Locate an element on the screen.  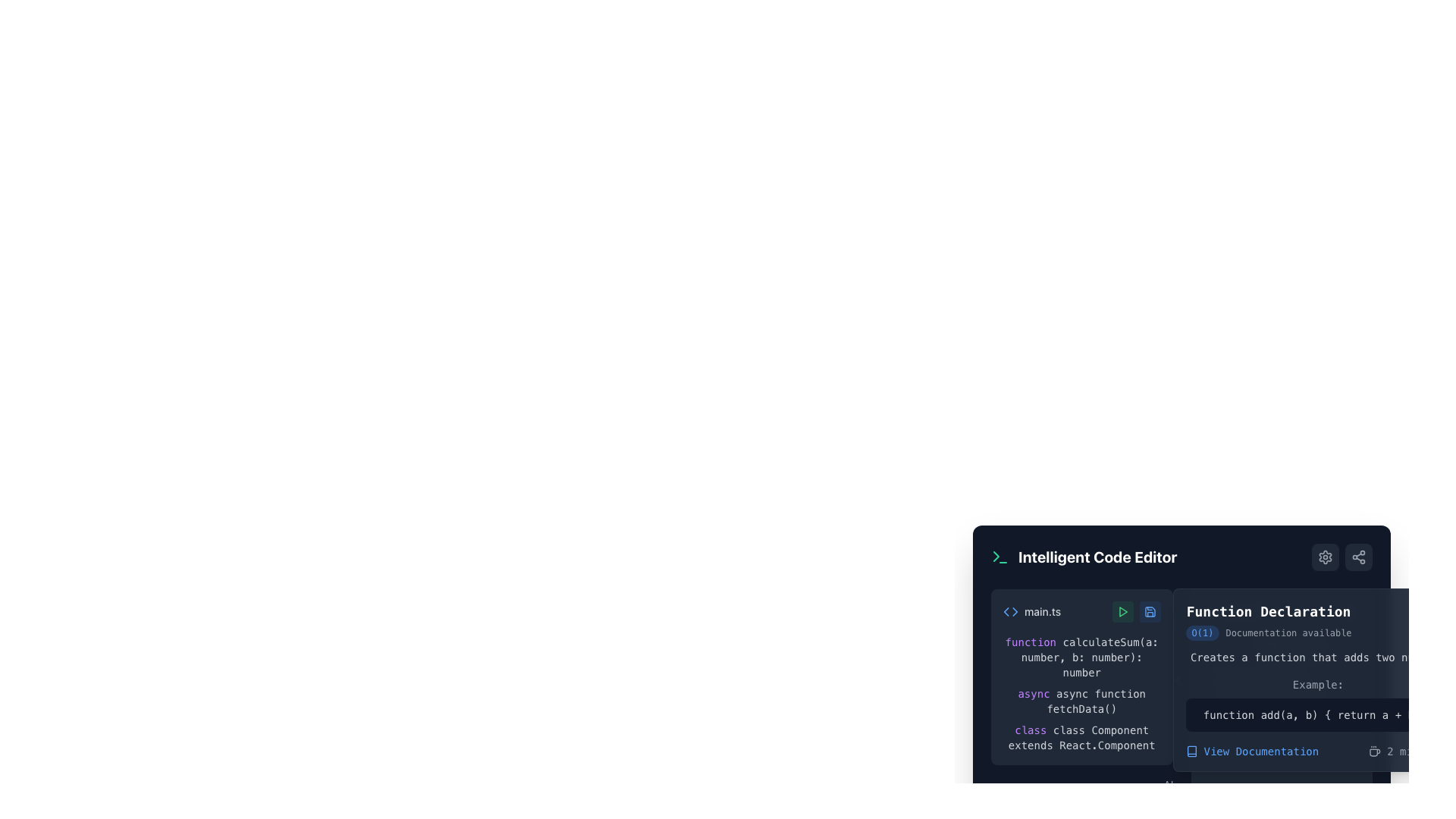
the blue-stroked SVG icon representing a code symbol, which is located to the left of the 'main.ts' text label is located at coordinates (1011, 610).